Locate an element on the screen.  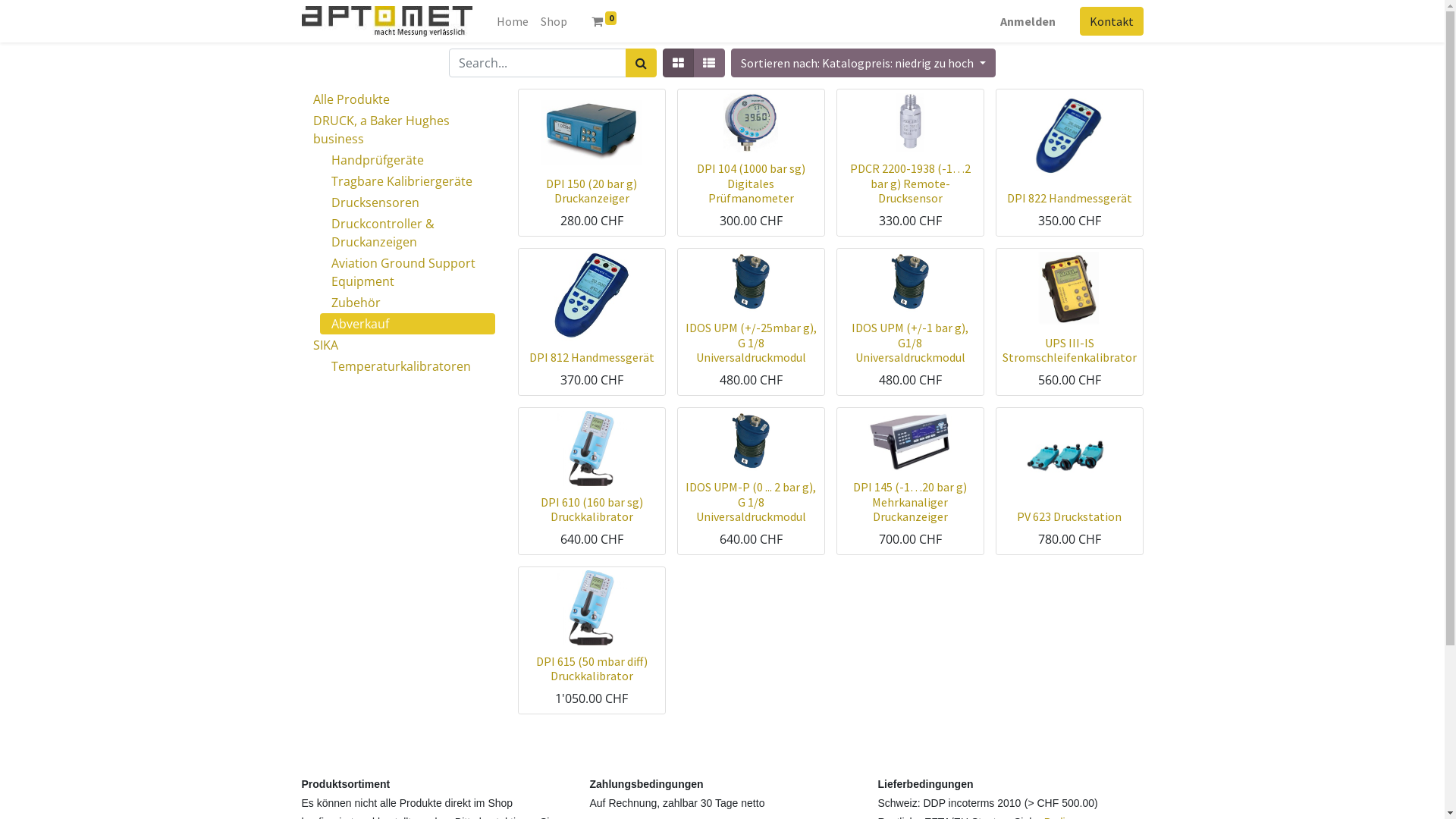
'Sortieren nach: Katalogpreis: niedrig zu hoch' is located at coordinates (862, 62).